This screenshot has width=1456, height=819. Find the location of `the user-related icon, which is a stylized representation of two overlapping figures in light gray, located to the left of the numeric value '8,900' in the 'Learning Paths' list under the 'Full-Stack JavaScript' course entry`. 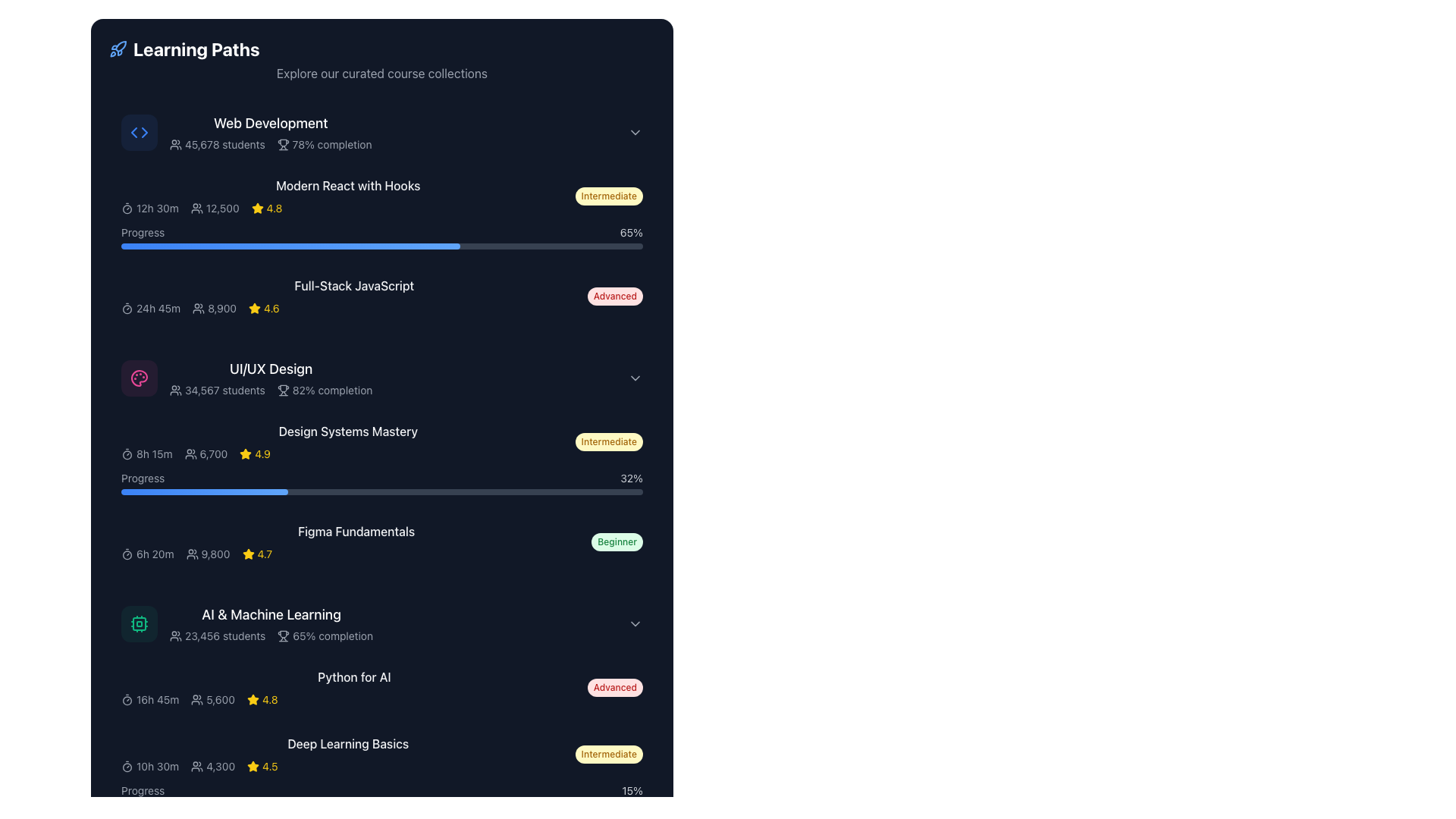

the user-related icon, which is a stylized representation of two overlapping figures in light gray, located to the left of the numeric value '8,900' in the 'Learning Paths' list under the 'Full-Stack JavaScript' course entry is located at coordinates (198, 308).